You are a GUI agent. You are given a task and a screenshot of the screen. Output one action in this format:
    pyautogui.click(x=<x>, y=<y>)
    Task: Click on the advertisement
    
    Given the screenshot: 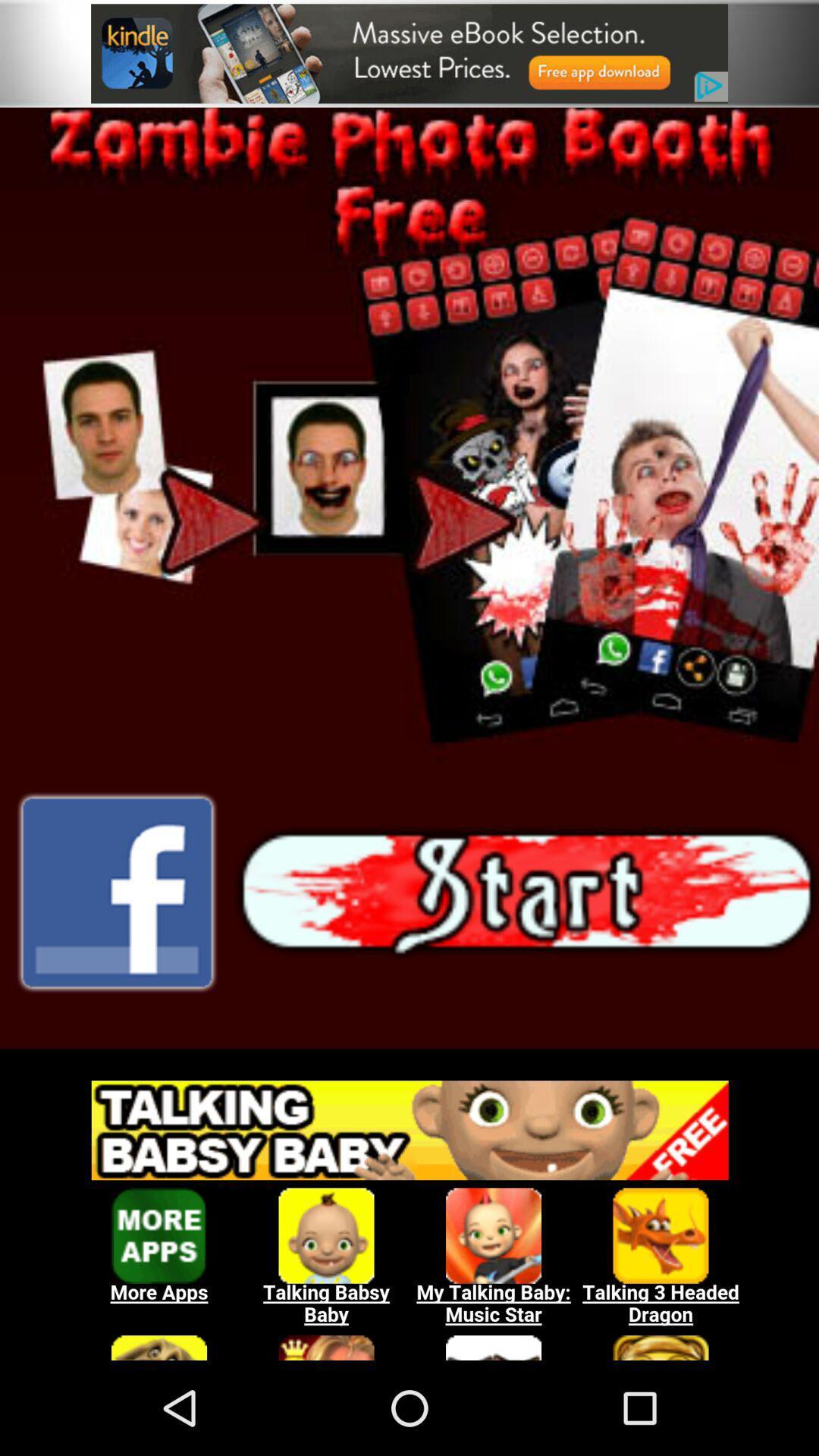 What is the action you would take?
    pyautogui.click(x=409, y=53)
    